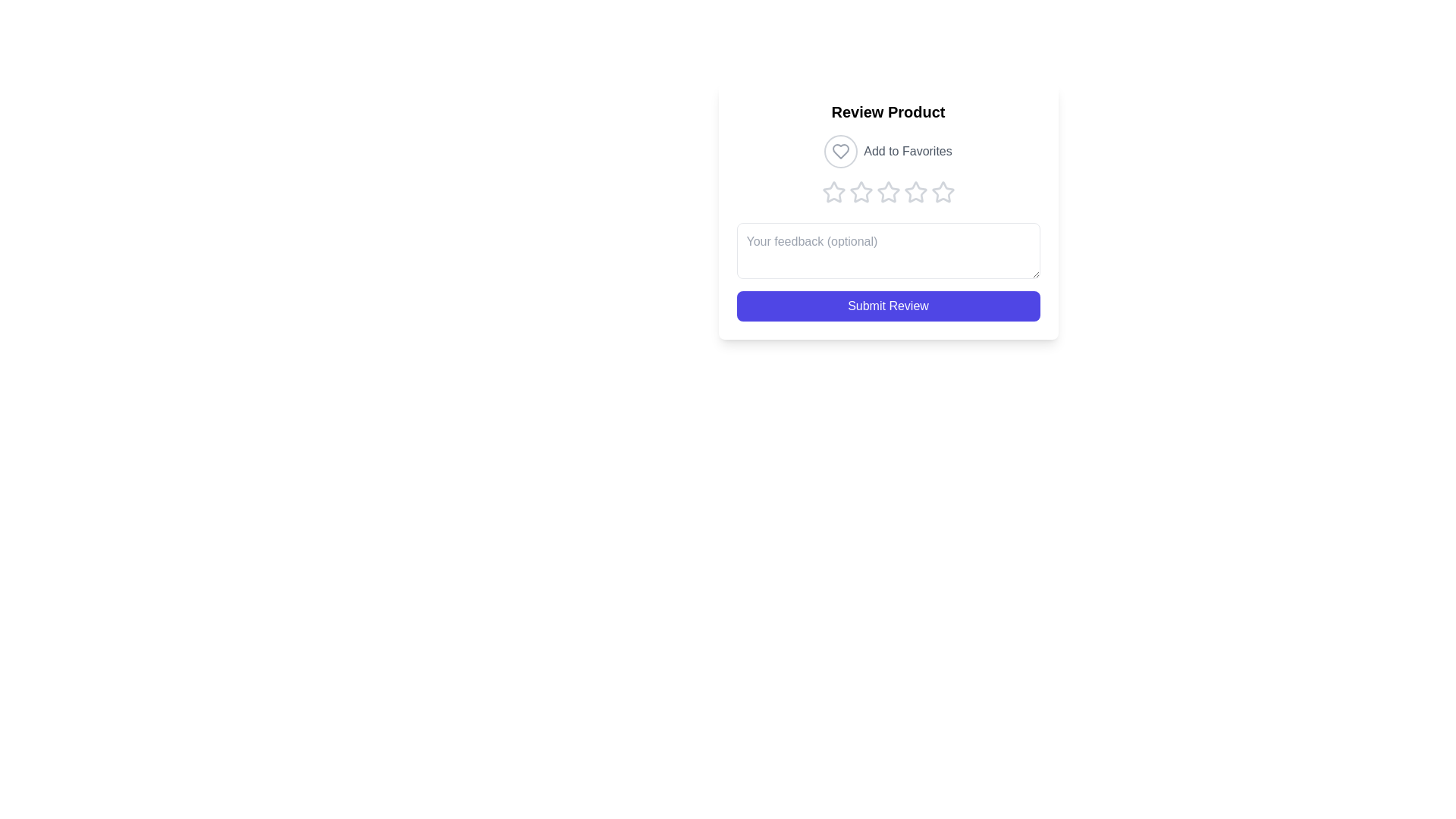 This screenshot has height=819, width=1456. I want to click on the fifth star-shaped rating icon with a grey hue, so click(942, 191).